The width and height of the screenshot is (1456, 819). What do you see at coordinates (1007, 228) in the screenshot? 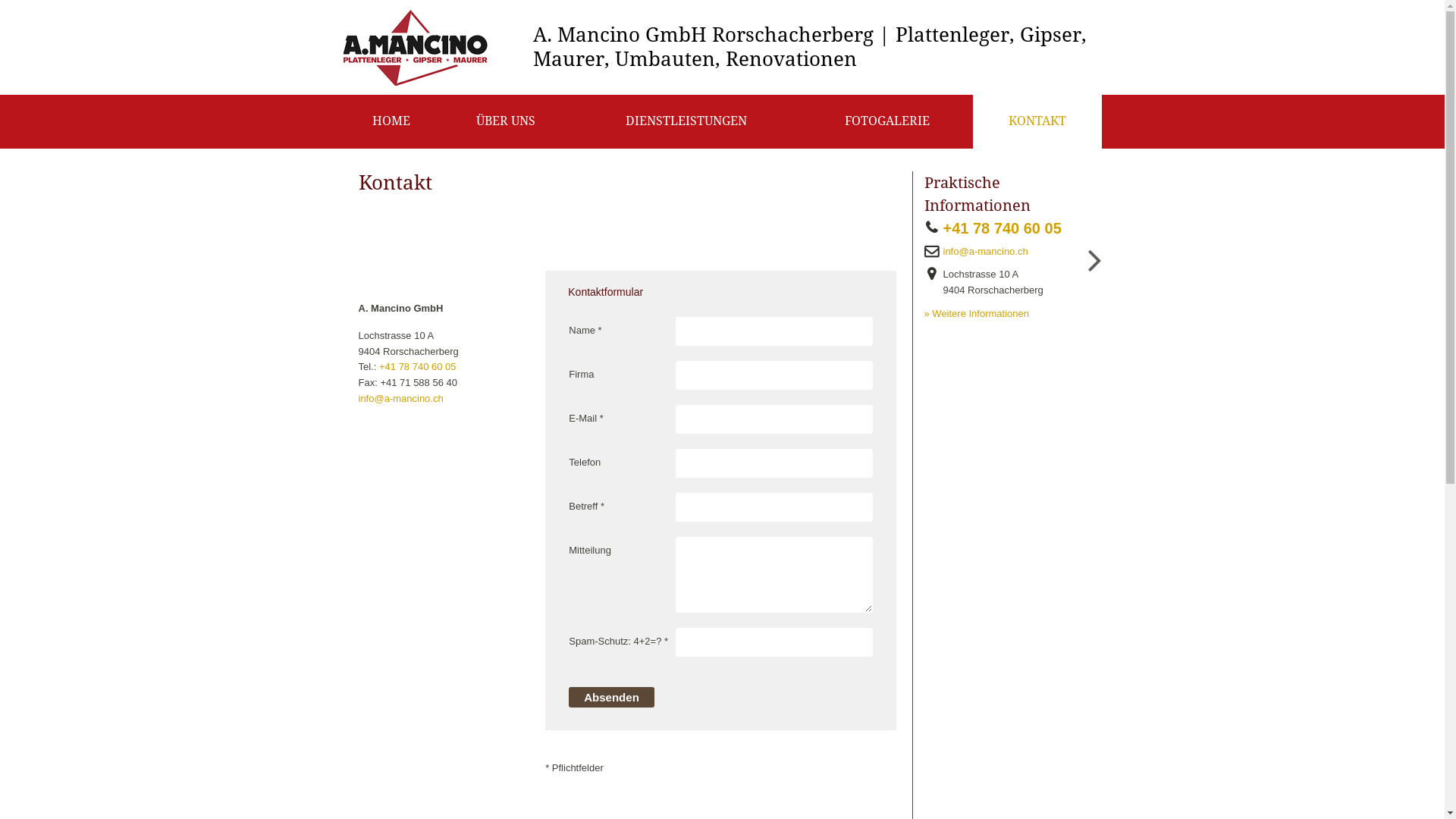
I see `'+41 78 740 60 05'` at bounding box center [1007, 228].